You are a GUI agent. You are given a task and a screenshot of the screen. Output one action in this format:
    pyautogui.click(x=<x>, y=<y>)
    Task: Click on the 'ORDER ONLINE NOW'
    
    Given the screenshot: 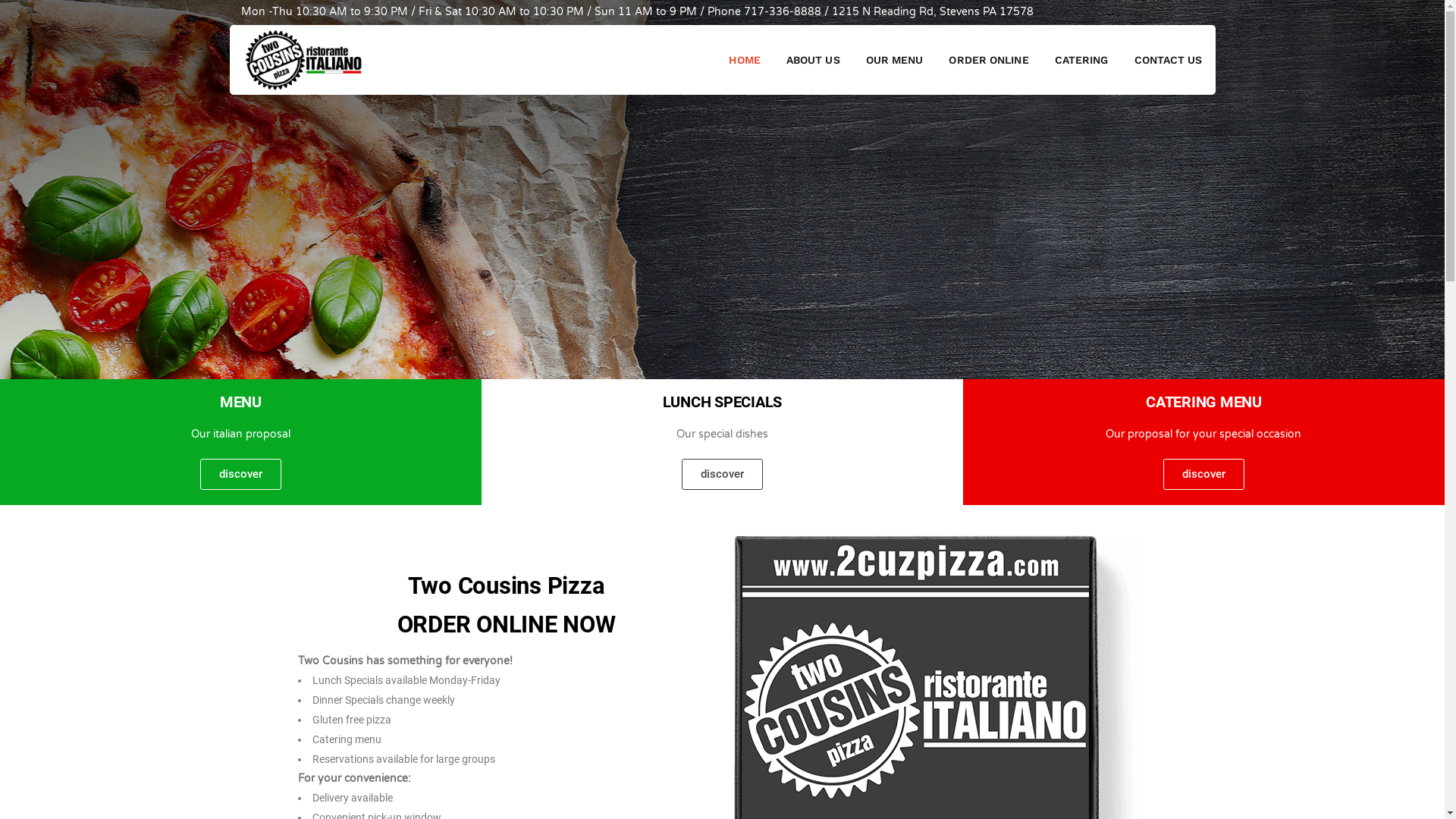 What is the action you would take?
    pyautogui.click(x=506, y=623)
    